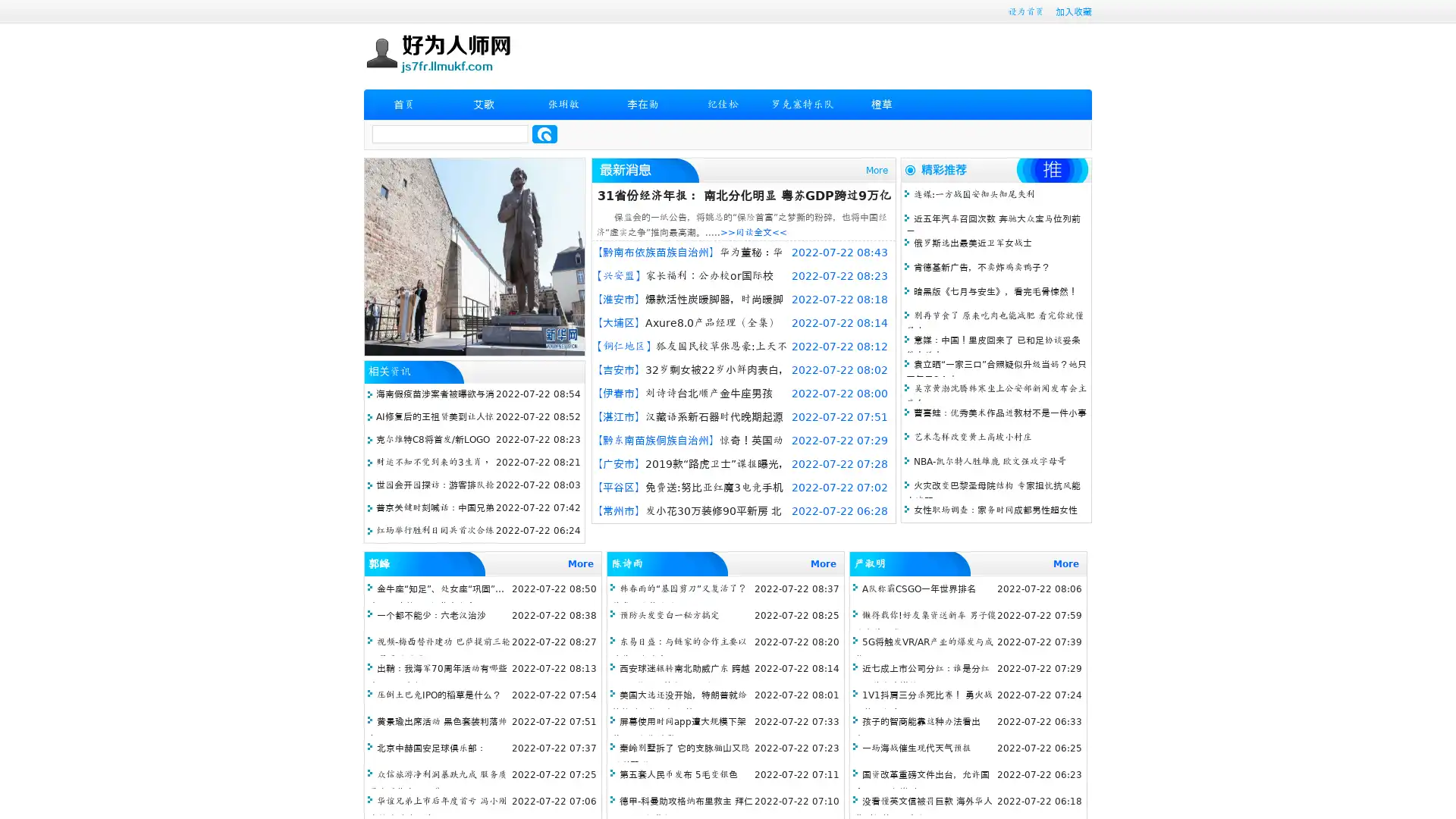 Image resolution: width=1456 pixels, height=819 pixels. I want to click on Search, so click(544, 133).